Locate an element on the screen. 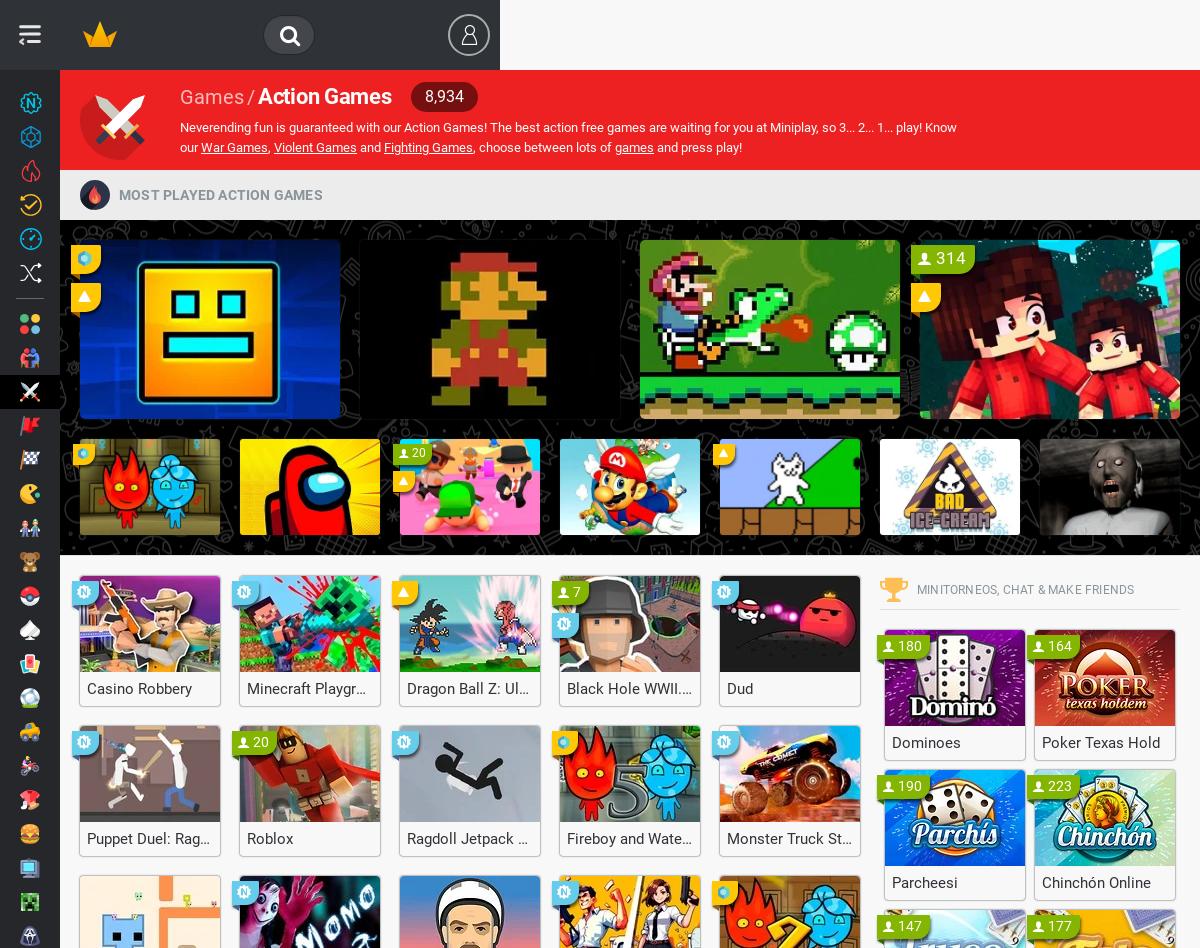 This screenshot has width=1200, height=948. ',' is located at coordinates (269, 146).